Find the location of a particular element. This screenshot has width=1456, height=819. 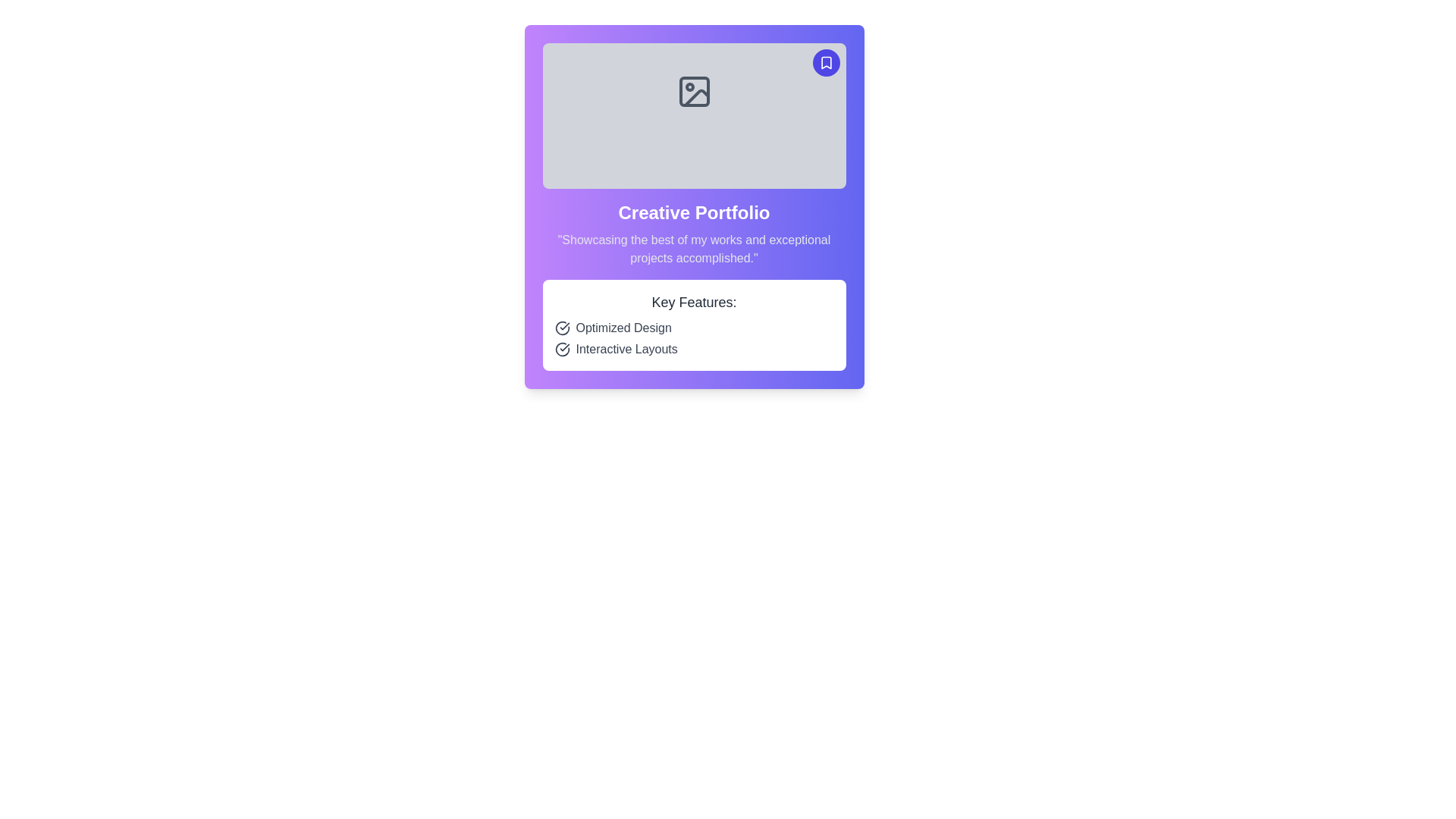

the circular checkmark icon, which has a thin outline and a cross-like check symbol, located to the left of the text 'Optimized Design' in the 'Key Features' section is located at coordinates (561, 327).